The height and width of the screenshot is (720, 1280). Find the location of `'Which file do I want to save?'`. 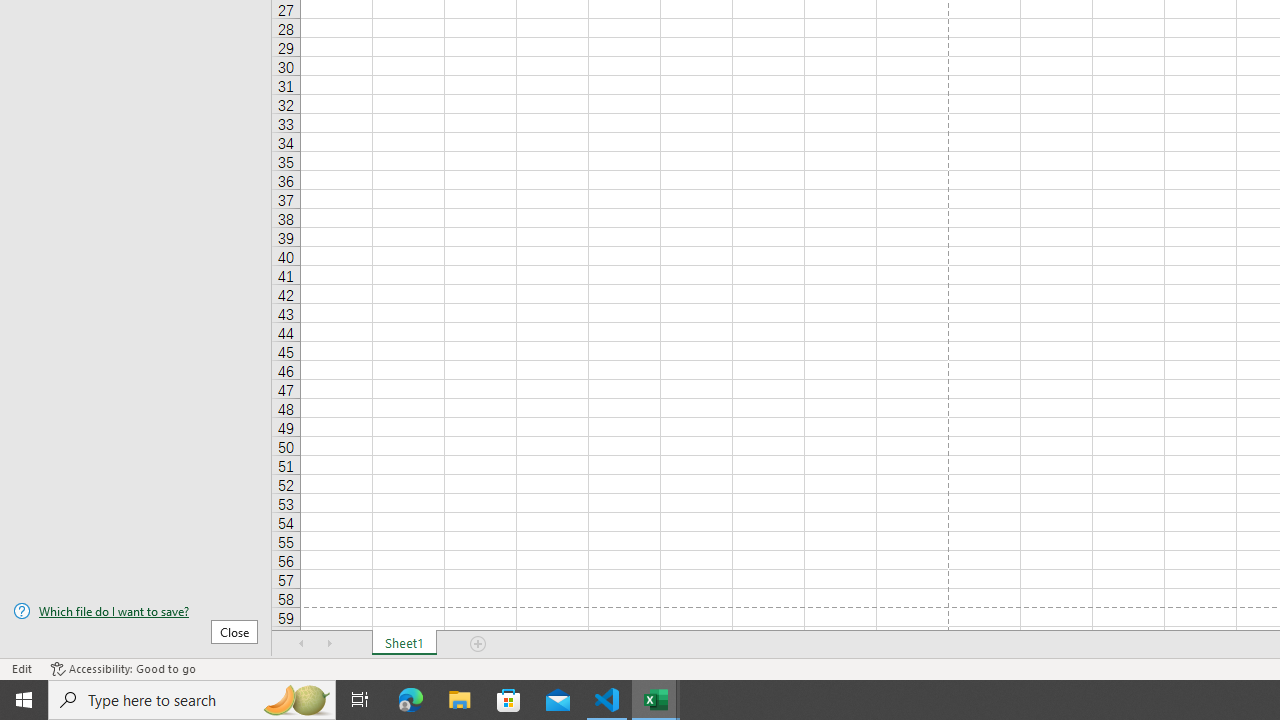

'Which file do I want to save?' is located at coordinates (135, 610).